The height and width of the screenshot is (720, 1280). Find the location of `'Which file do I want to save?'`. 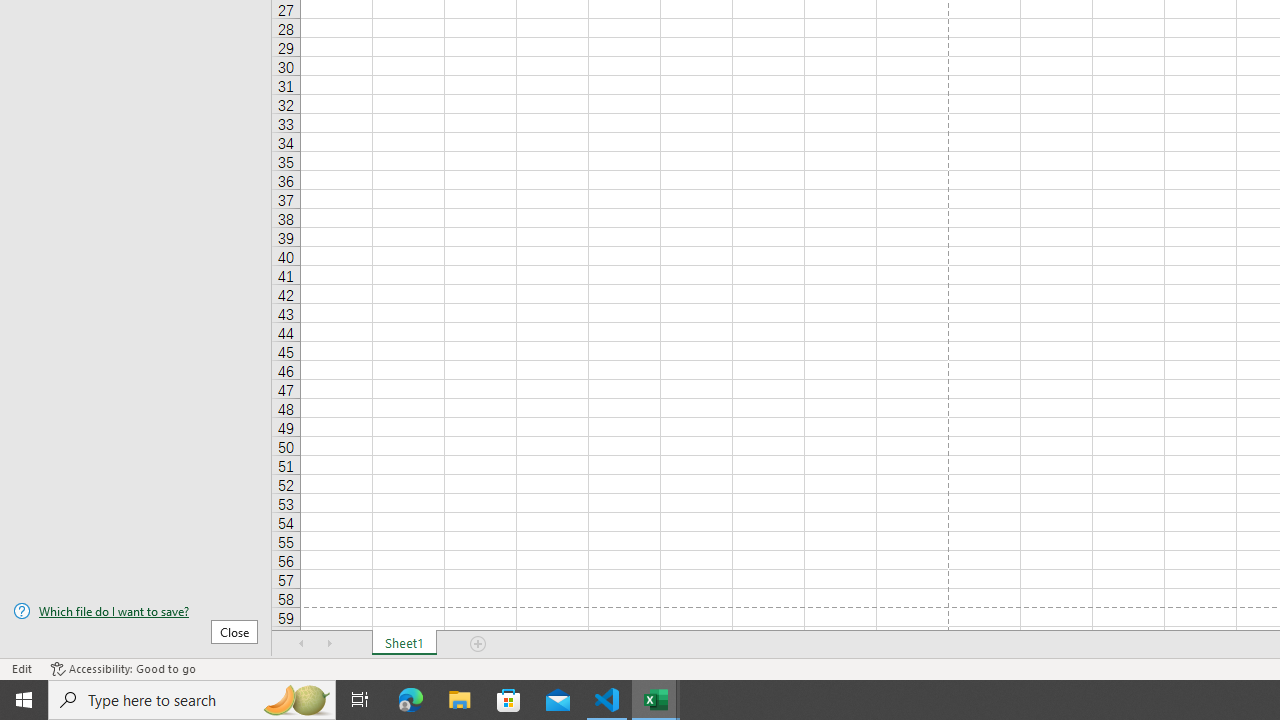

'Which file do I want to save?' is located at coordinates (135, 610).